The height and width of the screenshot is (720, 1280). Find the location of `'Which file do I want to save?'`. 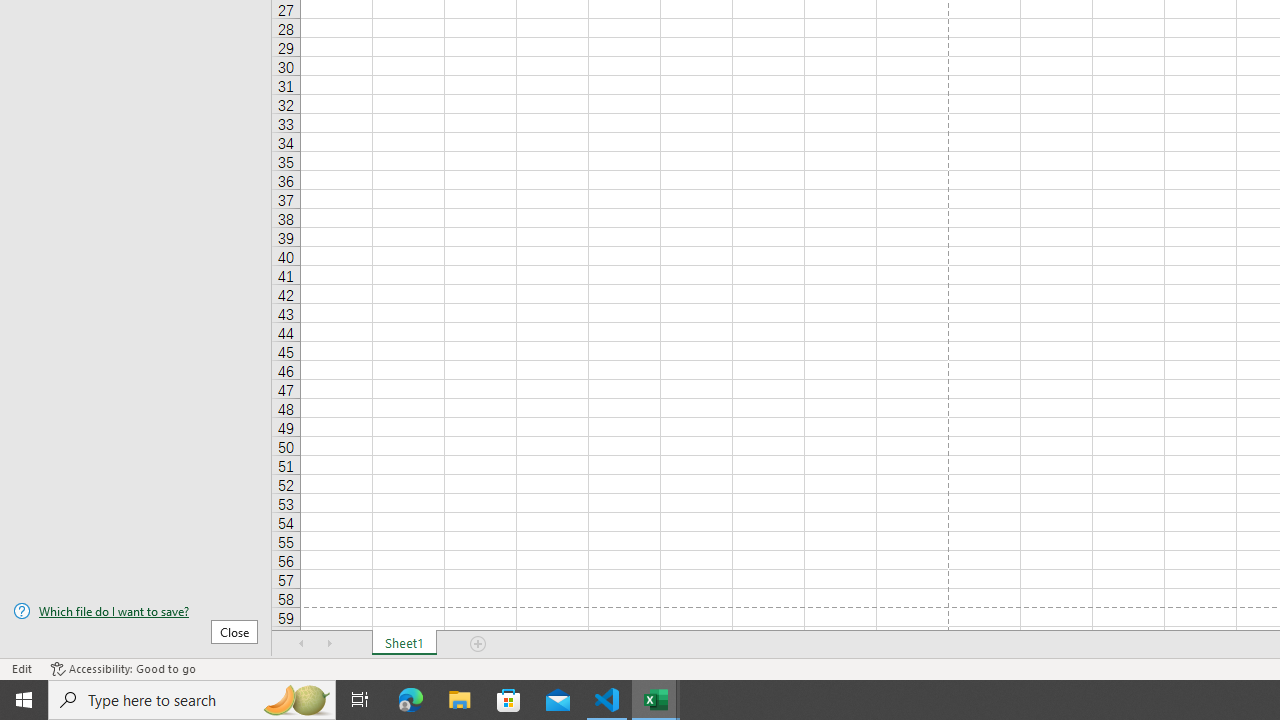

'Which file do I want to save?' is located at coordinates (135, 610).